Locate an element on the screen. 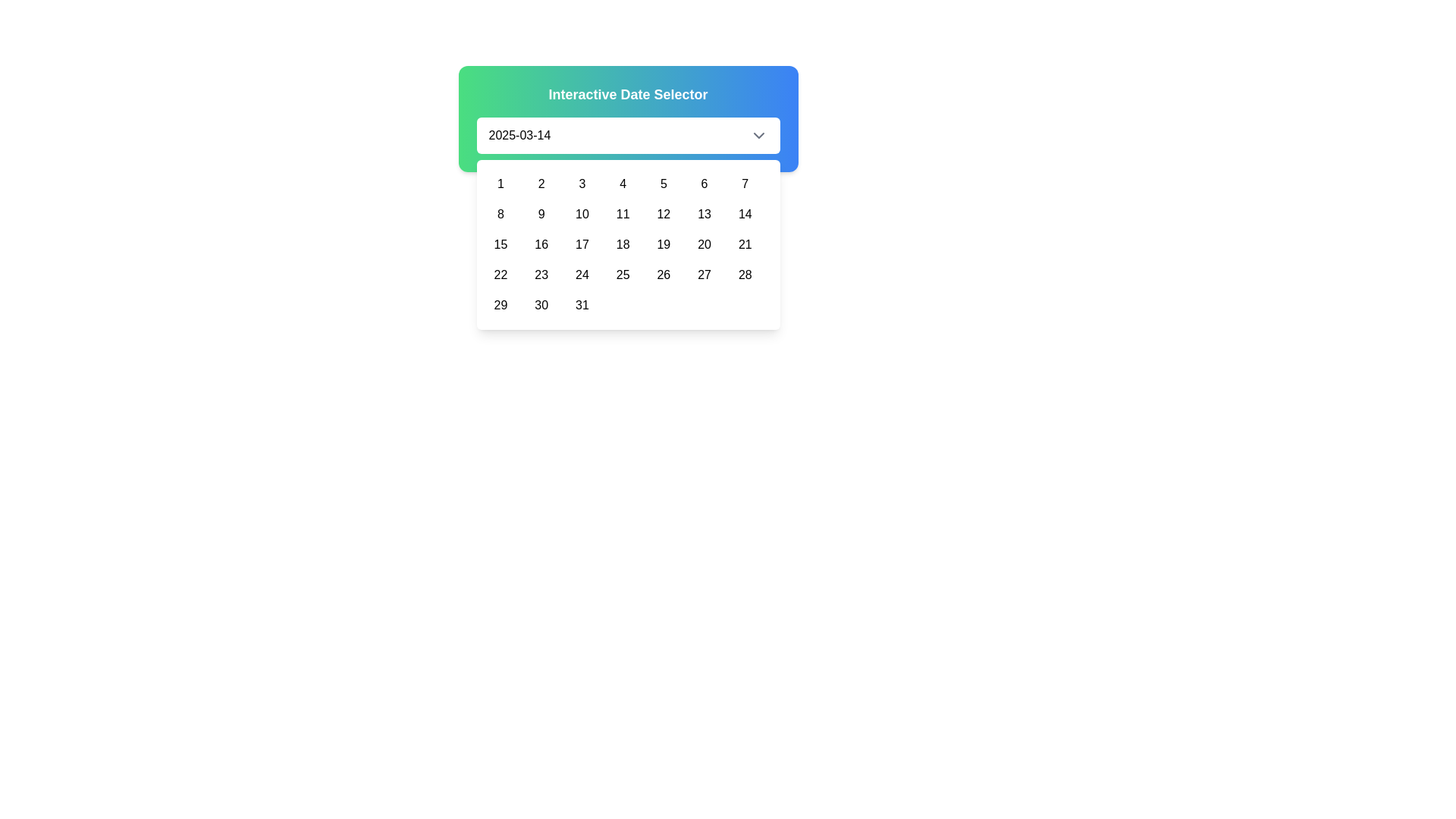 The image size is (1456, 819). the Interactive calendar day button displaying the number '19' is located at coordinates (664, 244).